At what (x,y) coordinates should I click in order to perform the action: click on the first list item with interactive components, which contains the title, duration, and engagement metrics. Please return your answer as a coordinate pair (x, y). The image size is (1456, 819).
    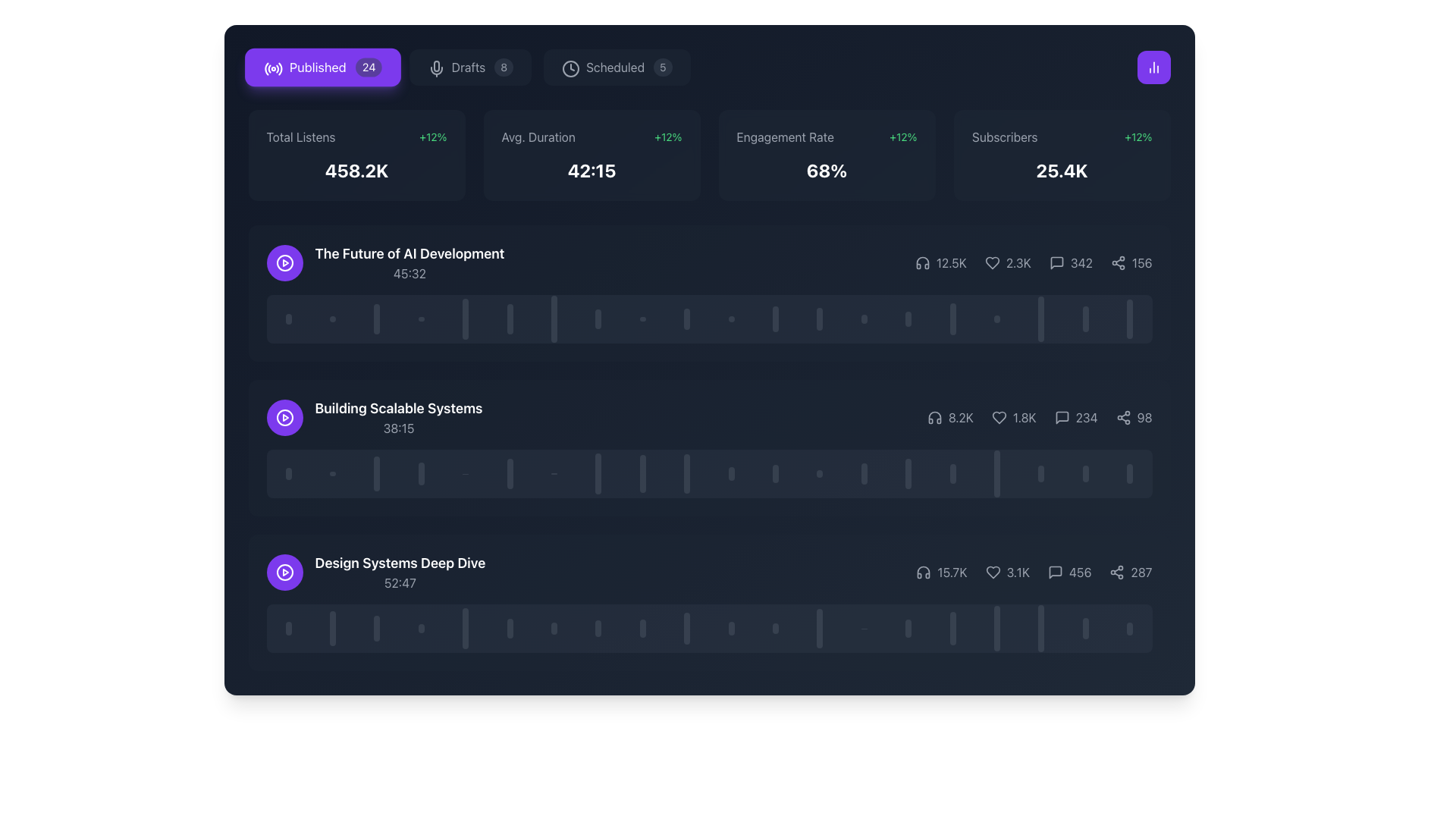
    Looking at the image, I should click on (708, 262).